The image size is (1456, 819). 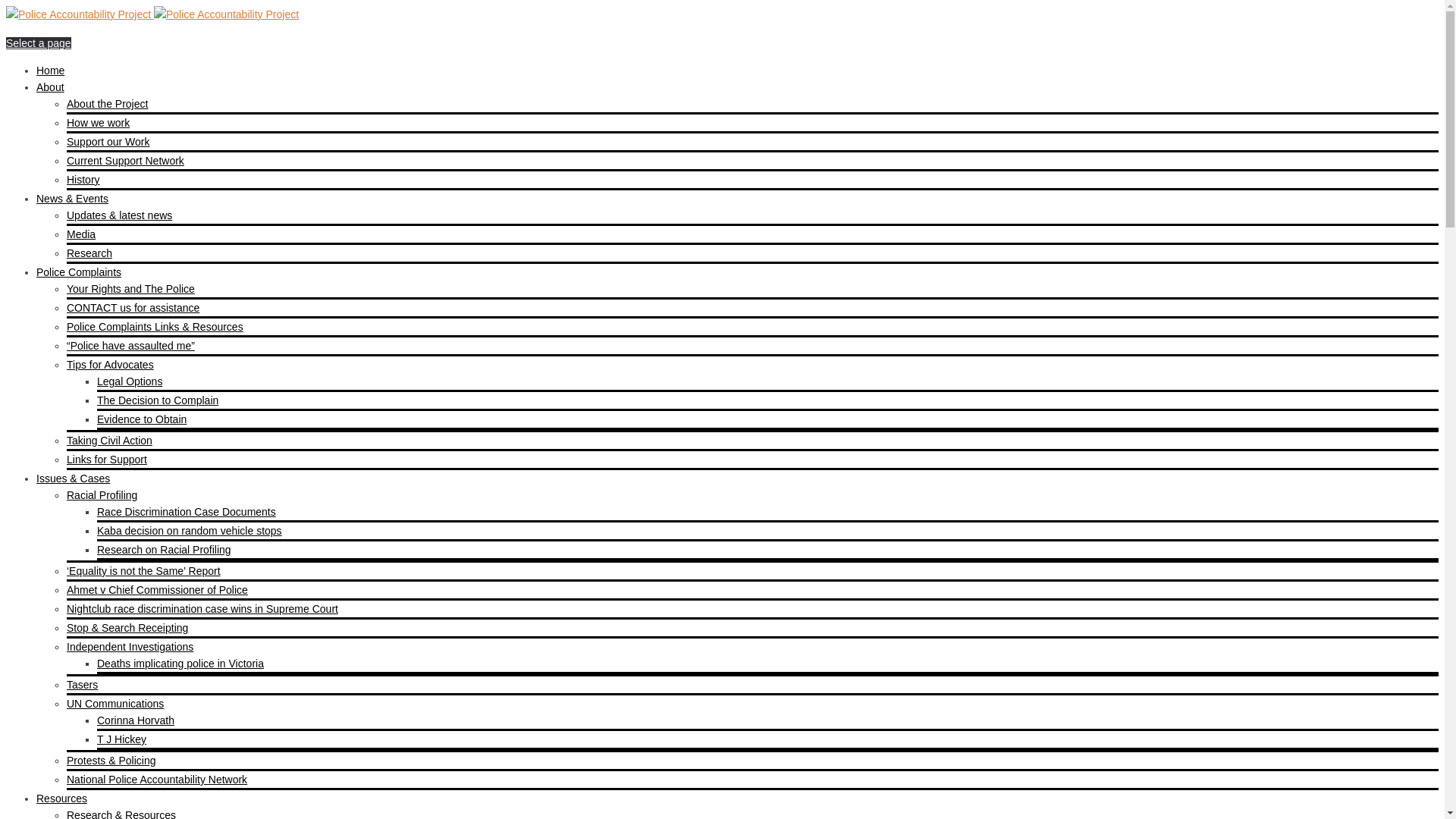 What do you see at coordinates (125, 161) in the screenshot?
I see `'Current Support Network'` at bounding box center [125, 161].